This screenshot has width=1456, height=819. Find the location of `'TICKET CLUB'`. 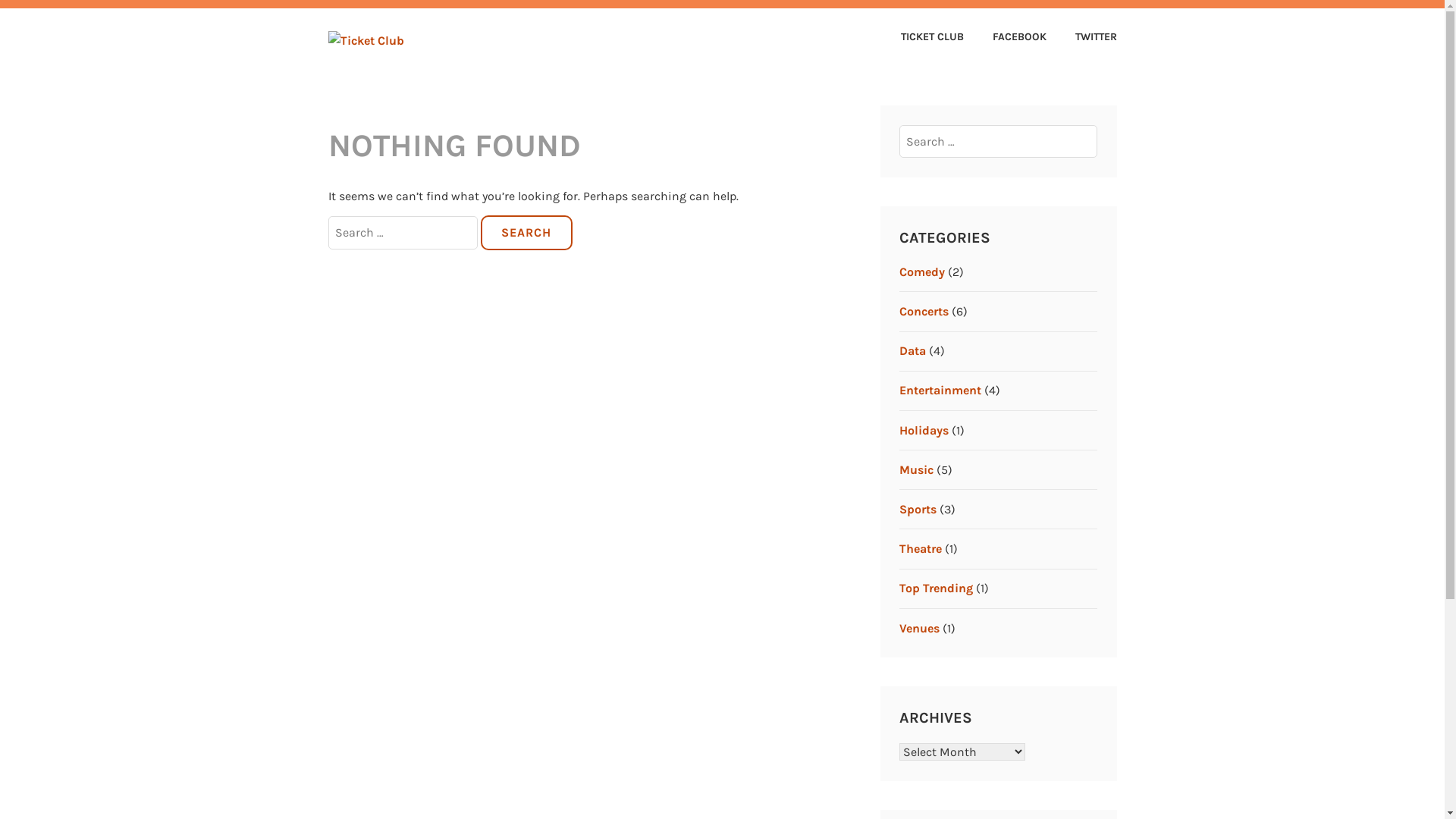

'TICKET CLUB' is located at coordinates (919, 37).